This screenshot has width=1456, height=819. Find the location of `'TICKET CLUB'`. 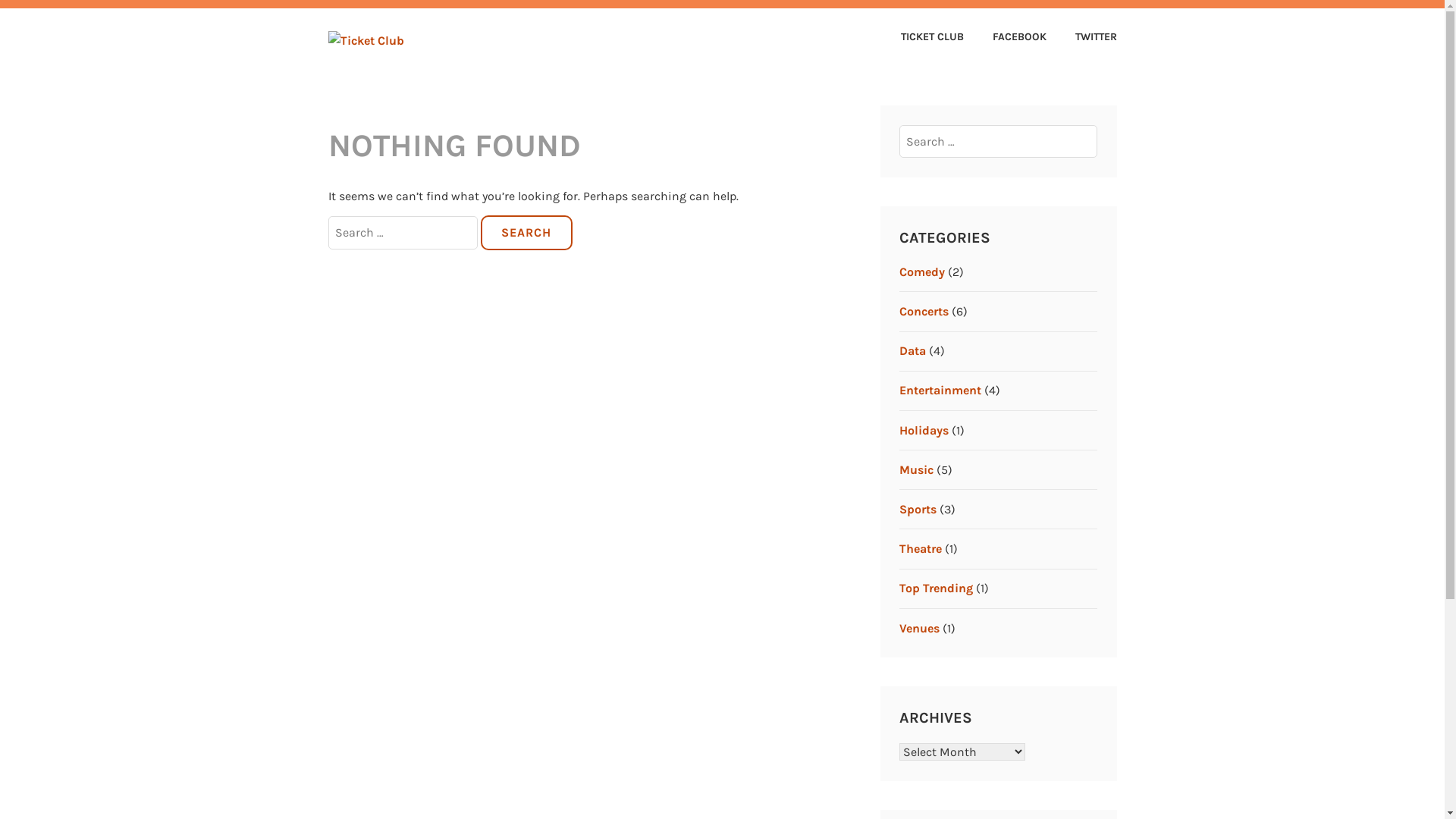

'TICKET CLUB' is located at coordinates (919, 37).